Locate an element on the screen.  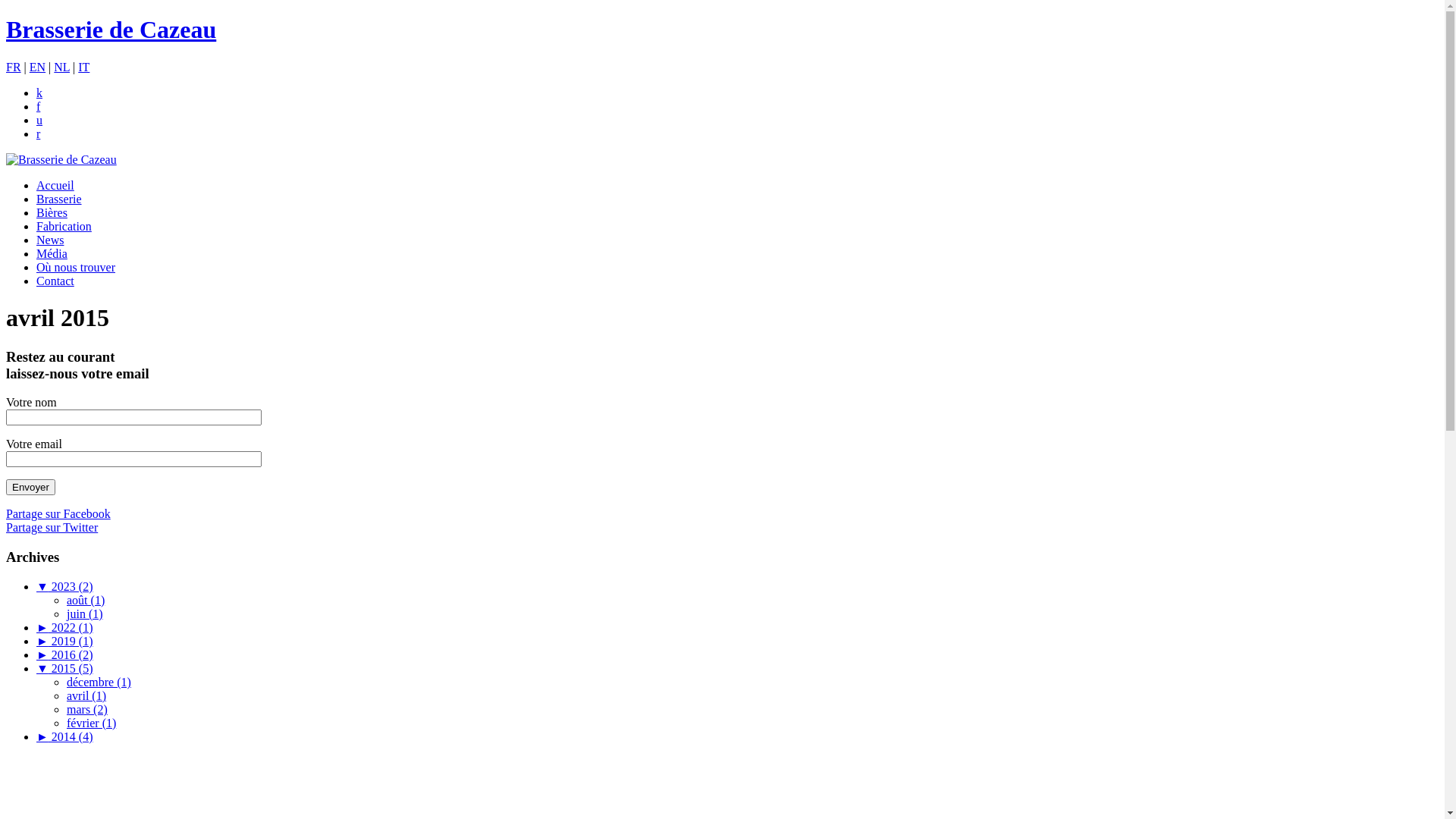
'r' is located at coordinates (38, 133).